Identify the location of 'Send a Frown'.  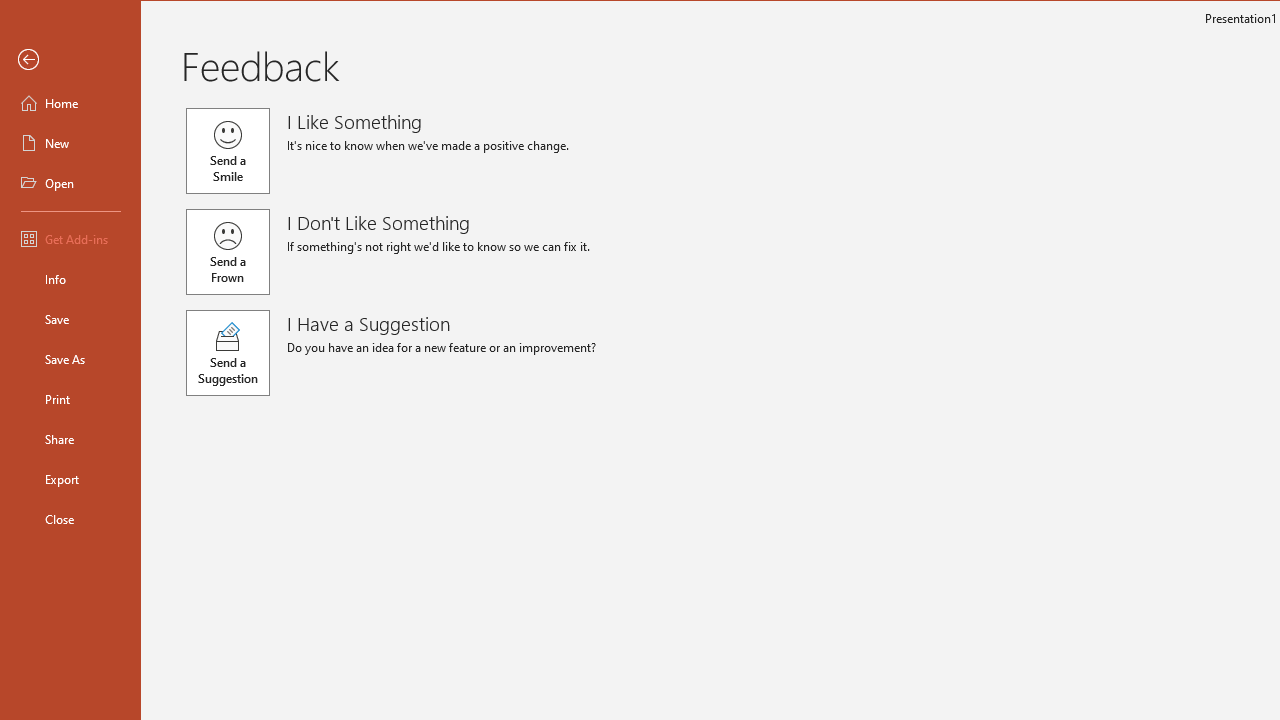
(227, 250).